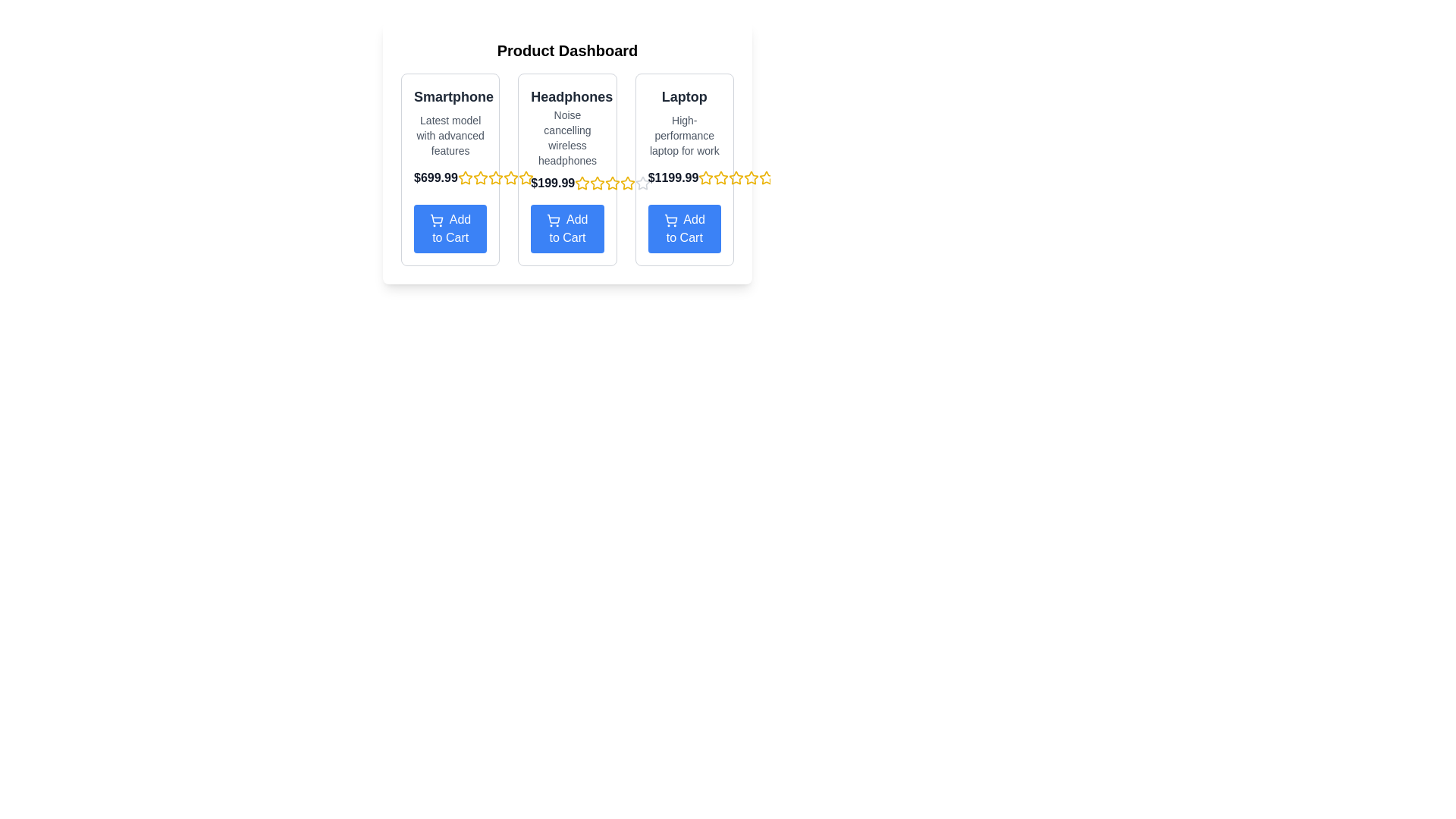 The width and height of the screenshot is (1456, 819). I want to click on the visual state of the 7th star icon in the rating system, which is styled with a yellow outline and a white fill, located below the price of the laptop product card, so click(752, 177).